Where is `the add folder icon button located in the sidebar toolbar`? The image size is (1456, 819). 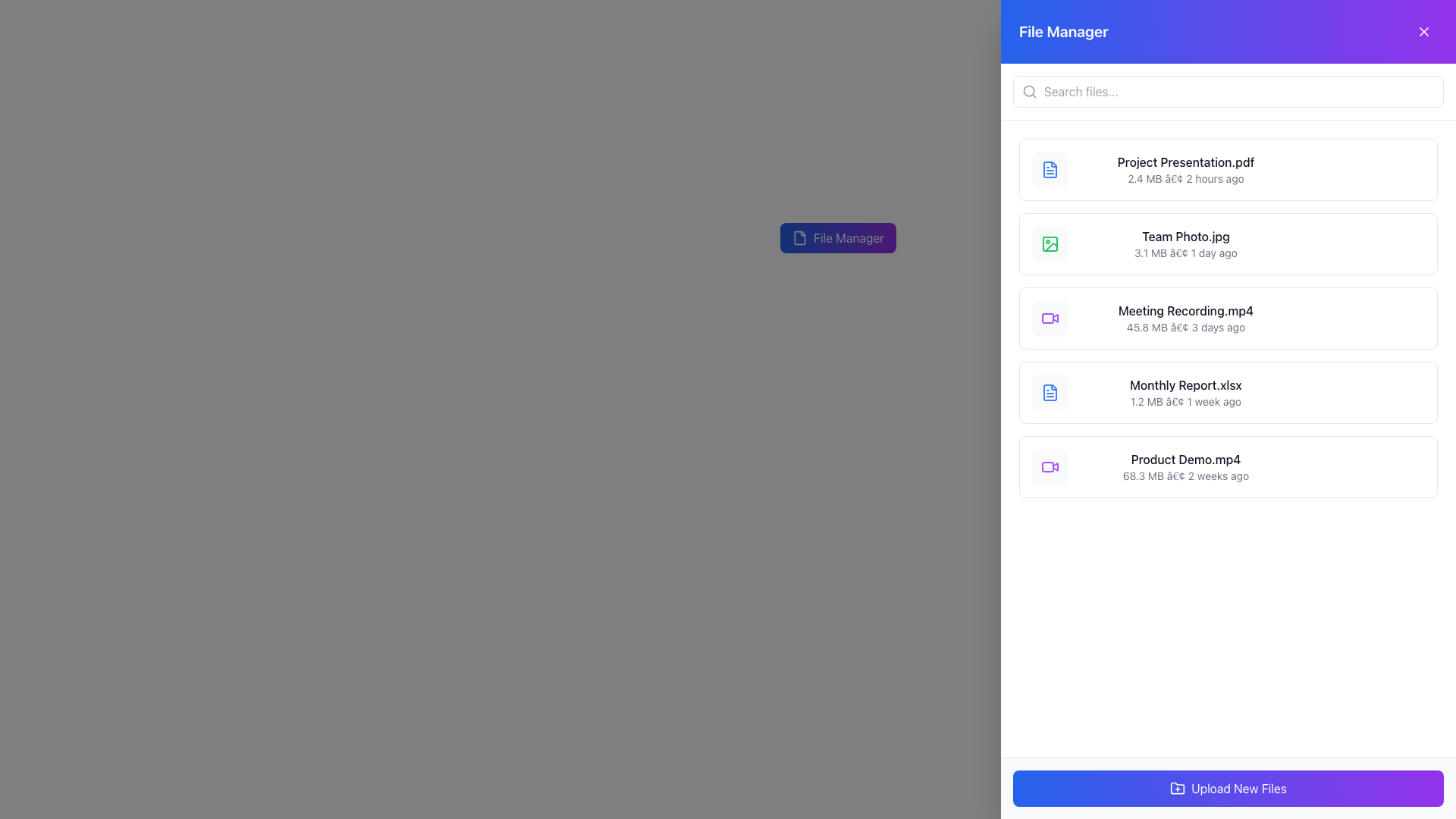 the add folder icon button located in the sidebar toolbar is located at coordinates (1177, 787).